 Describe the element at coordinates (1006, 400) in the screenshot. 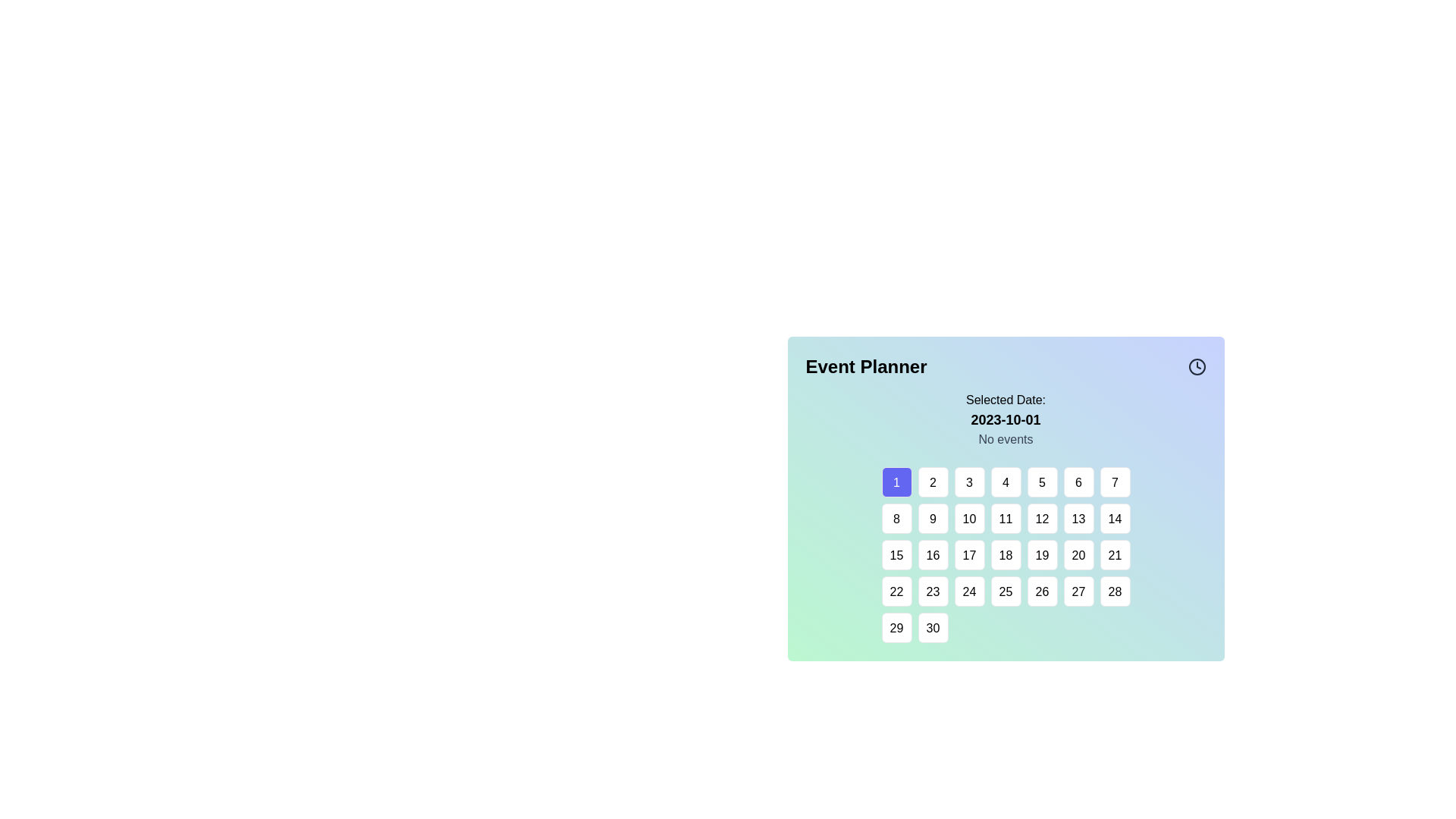

I see `the static text label 'Selected Date:' which is styled in bold and positioned at the top center of the calendar interface` at that location.